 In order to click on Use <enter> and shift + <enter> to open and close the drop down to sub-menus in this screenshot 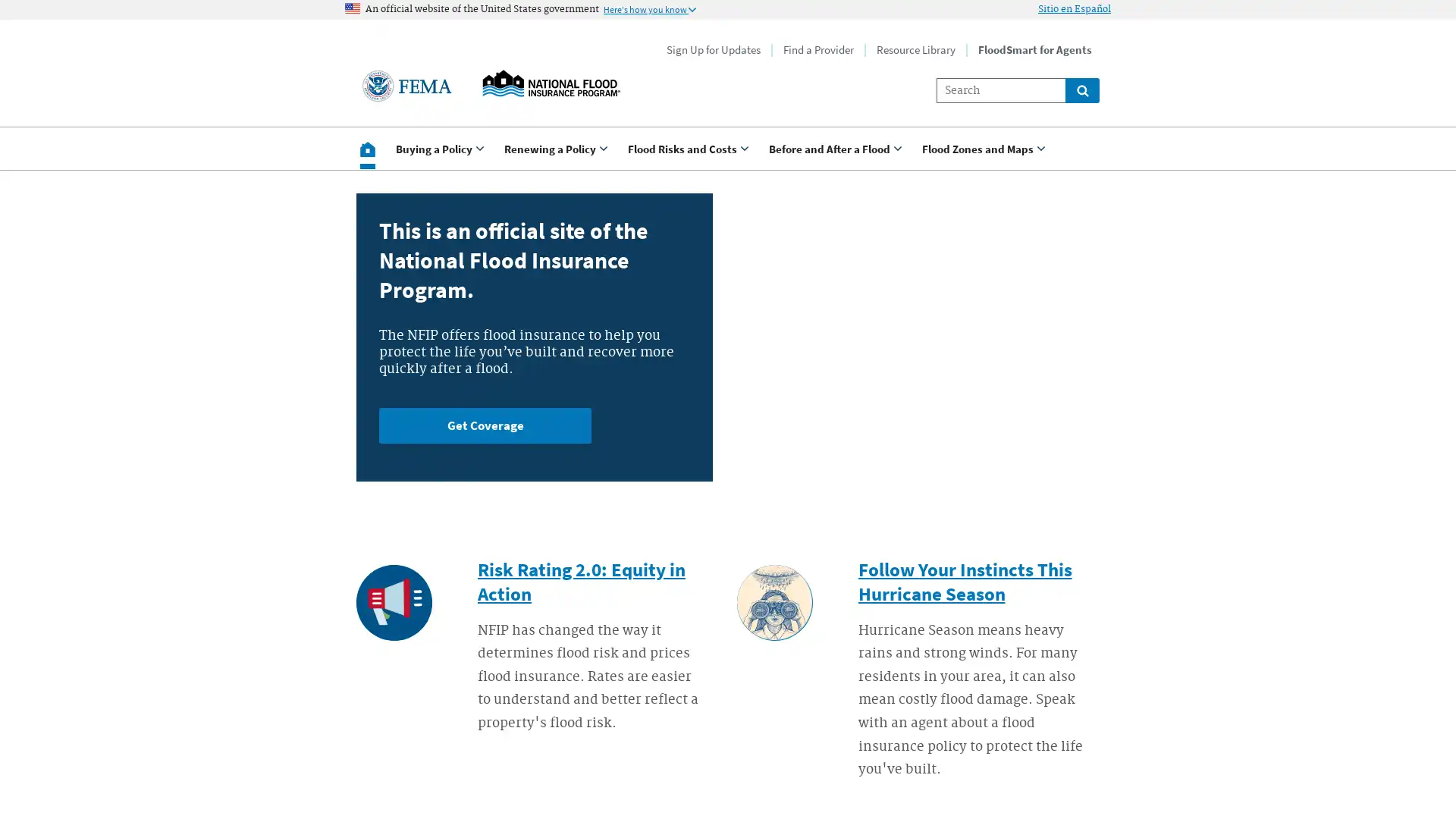, I will do `click(441, 148)`.